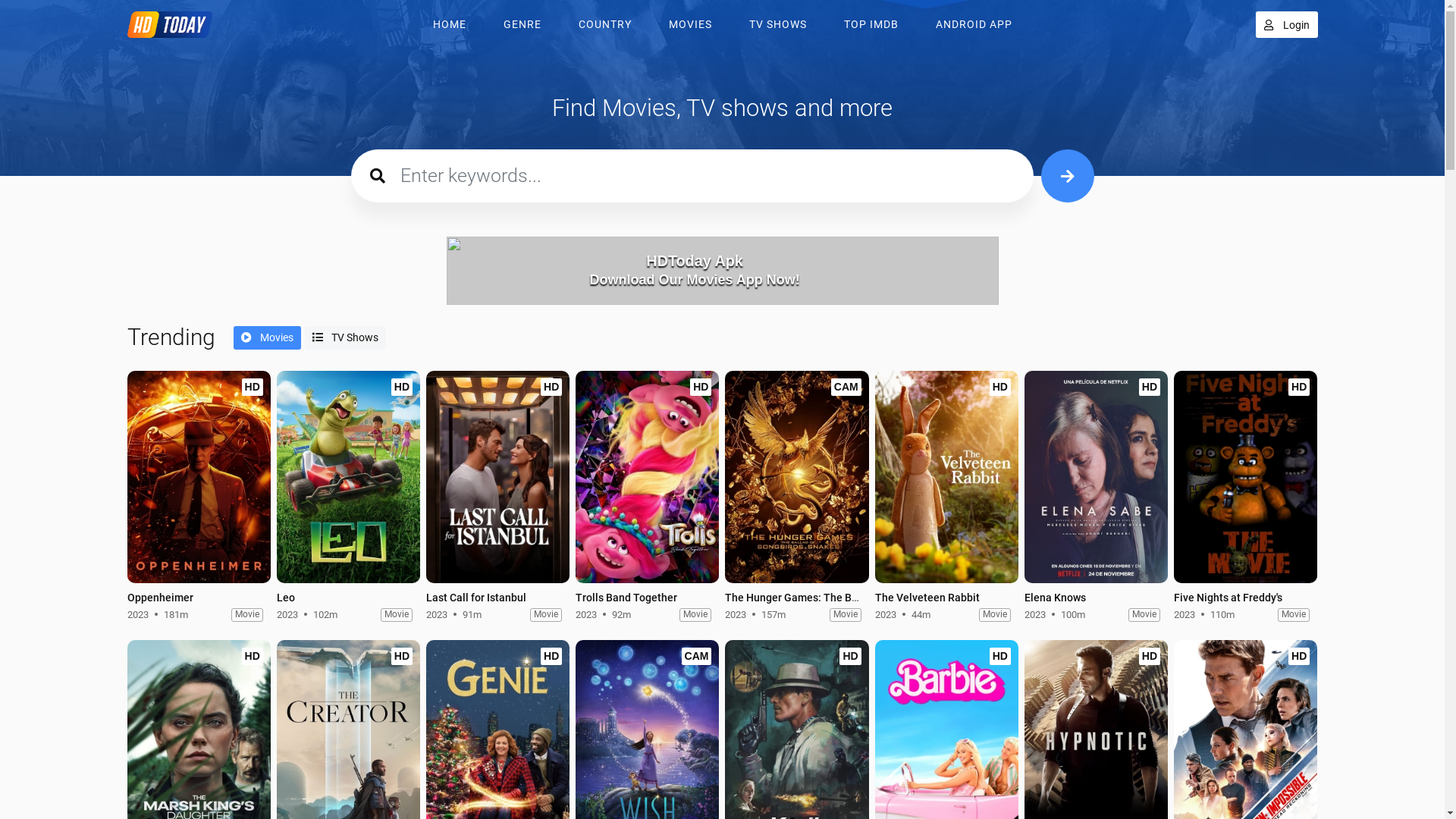 The width and height of the screenshot is (1456, 819). I want to click on 'TV SHOWS', so click(778, 24).